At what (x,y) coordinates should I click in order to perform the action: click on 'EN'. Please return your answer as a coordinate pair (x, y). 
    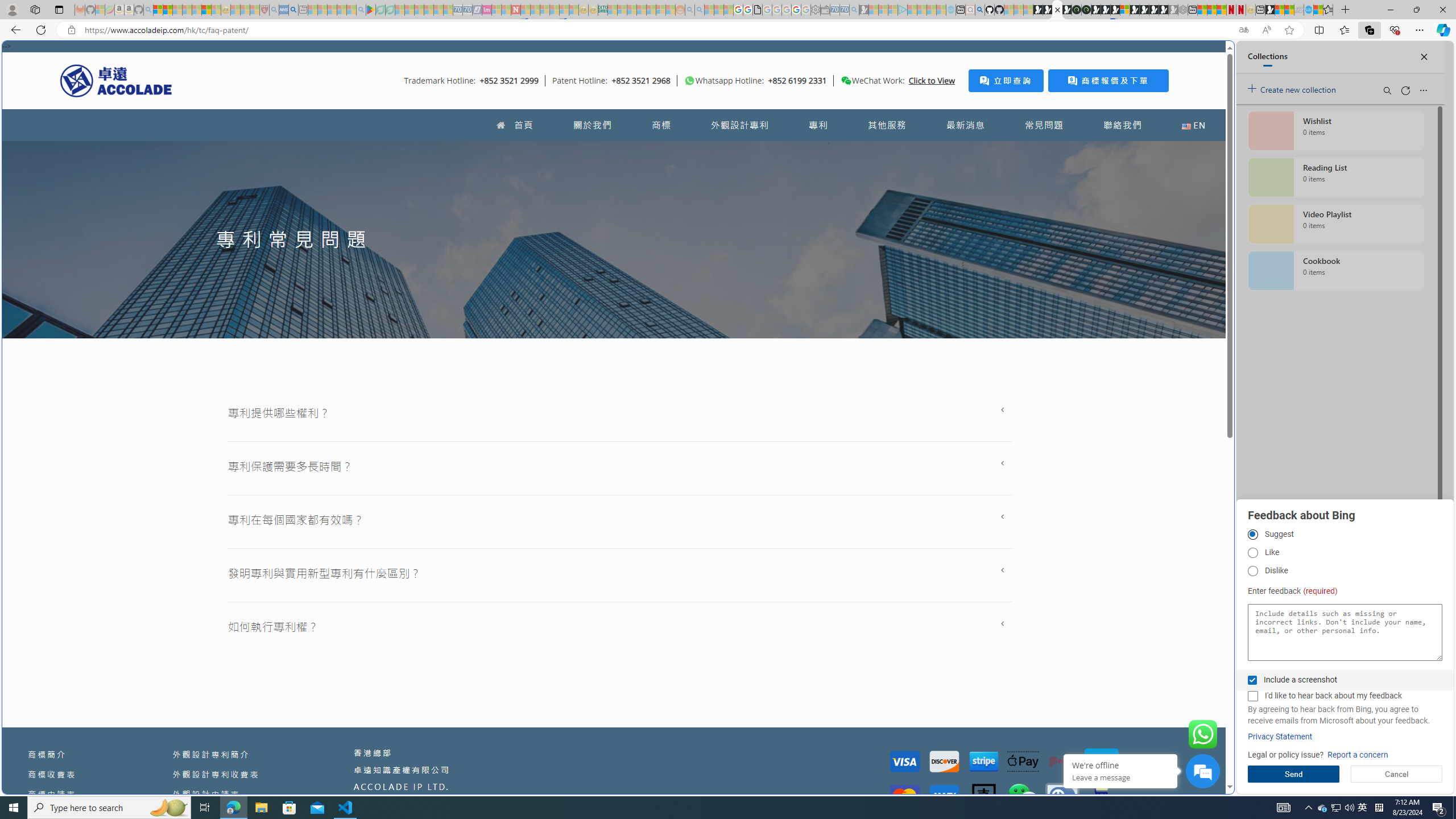
    Looking at the image, I should click on (1194, 125).